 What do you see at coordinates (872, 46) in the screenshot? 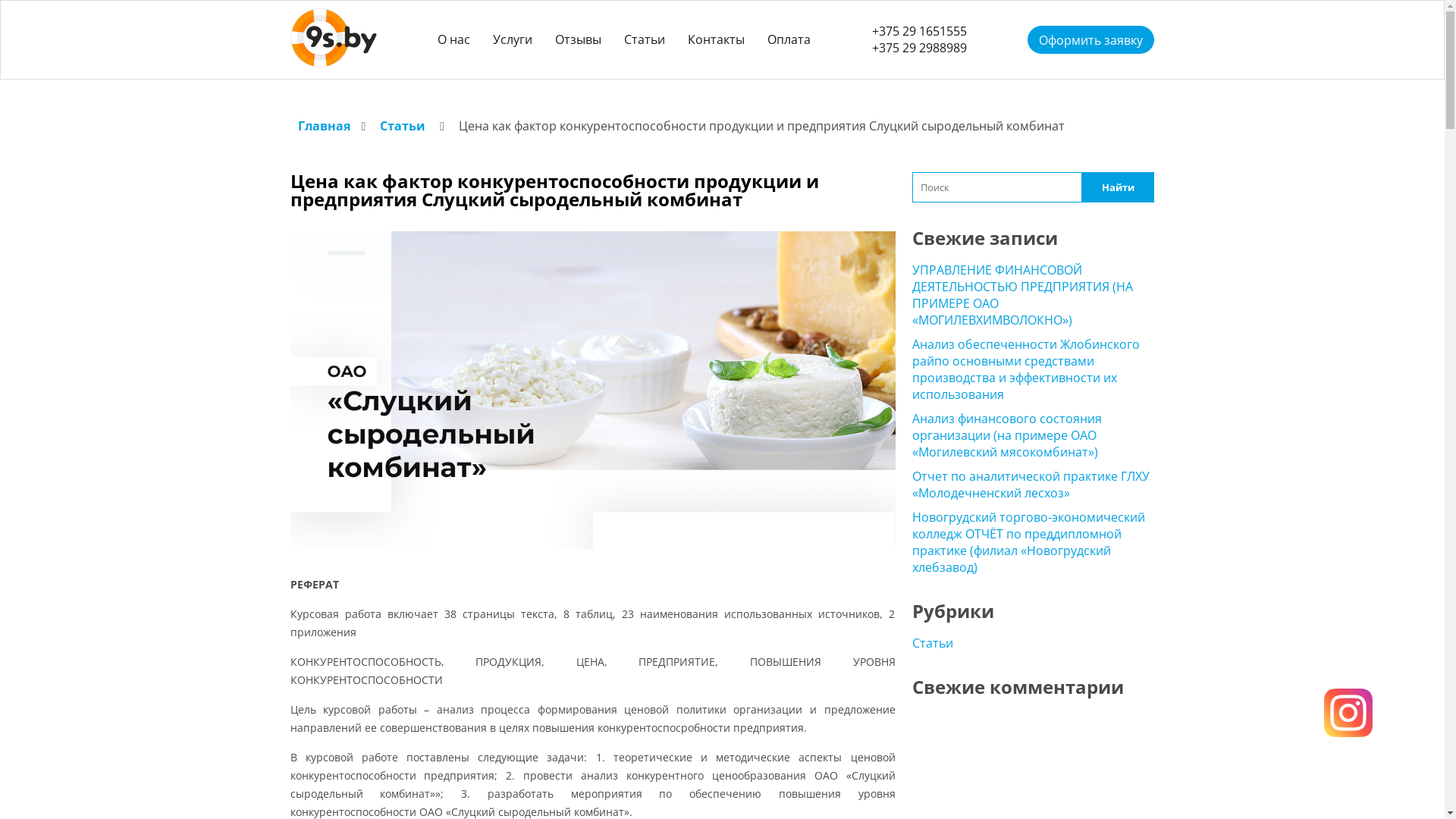
I see `'+375 29 2988989'` at bounding box center [872, 46].